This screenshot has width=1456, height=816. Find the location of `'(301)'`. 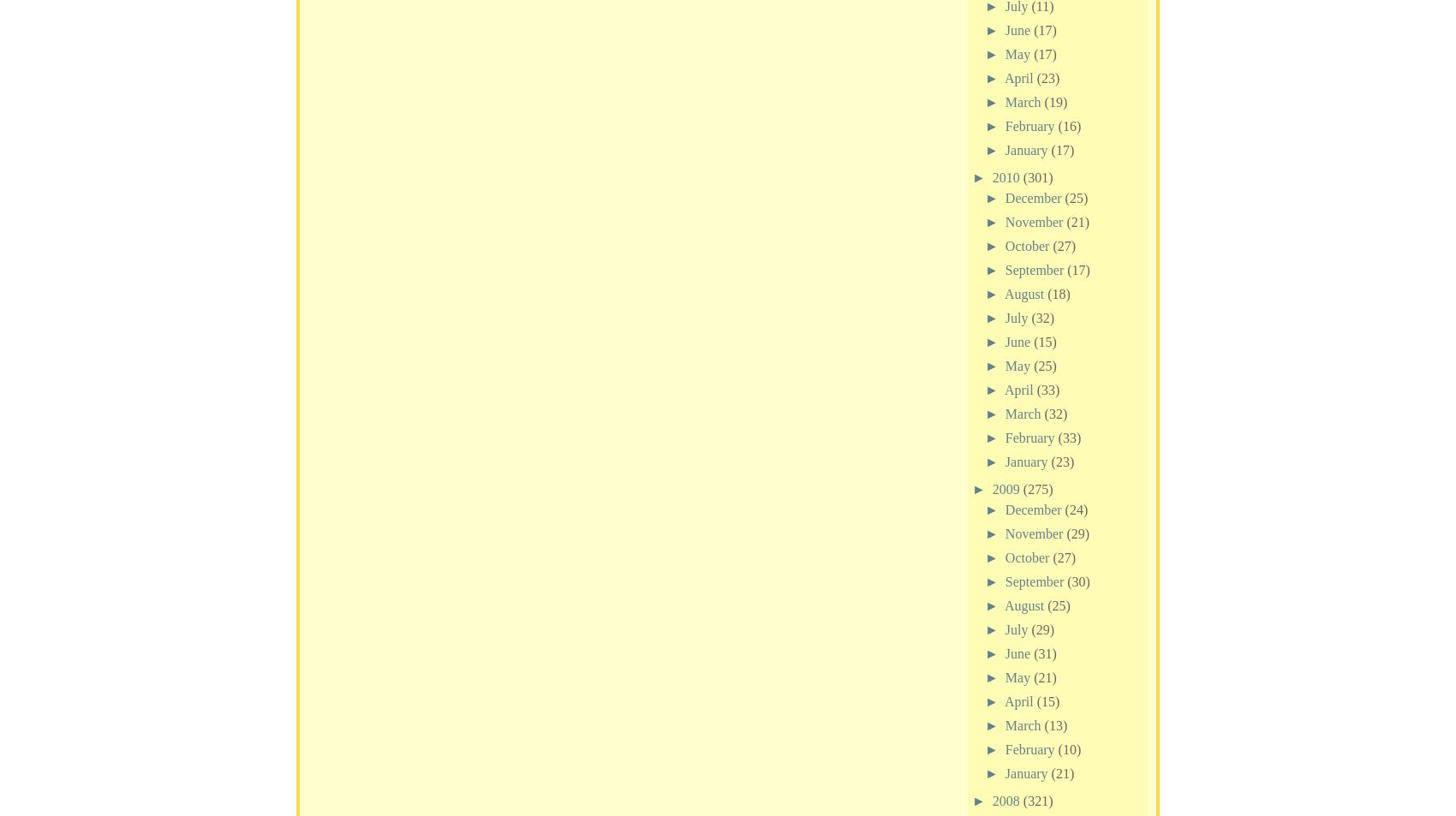

'(301)' is located at coordinates (1036, 176).